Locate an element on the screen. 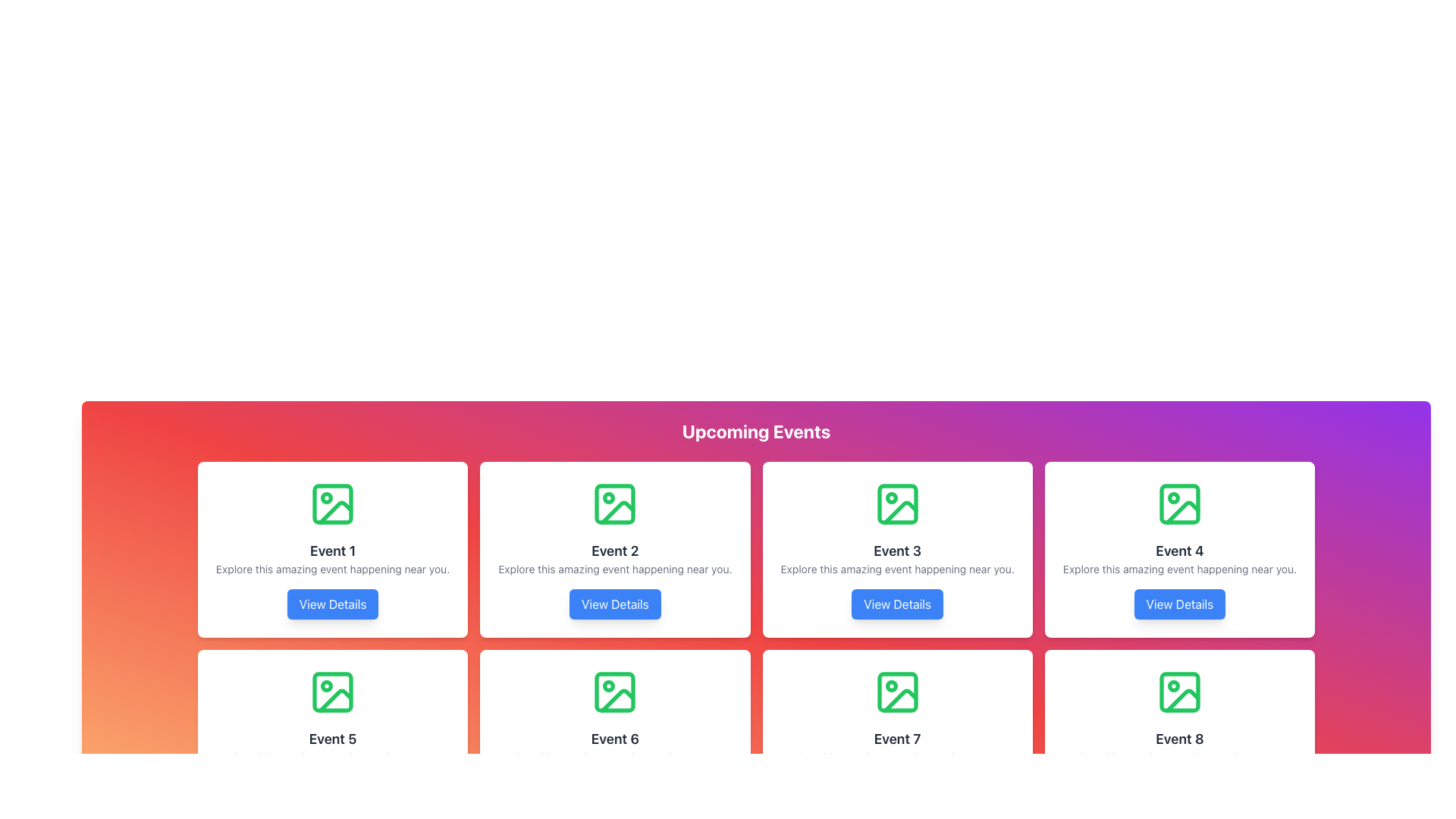 The height and width of the screenshot is (819, 1456). the visual icon representing 'Event 7' located at the top section of the 'Event 7' card is located at coordinates (897, 692).